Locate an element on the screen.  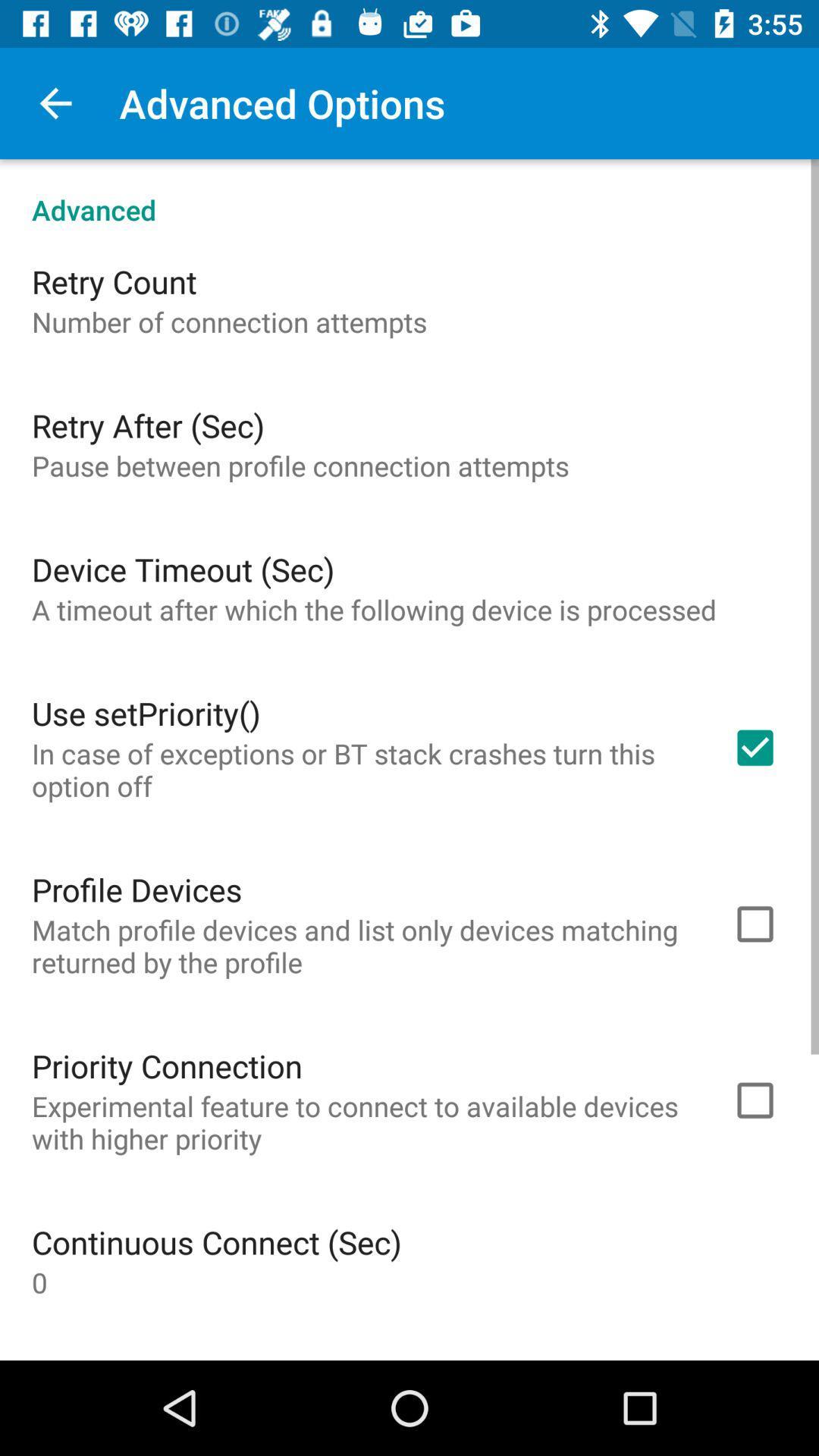
previous is located at coordinates (55, 102).